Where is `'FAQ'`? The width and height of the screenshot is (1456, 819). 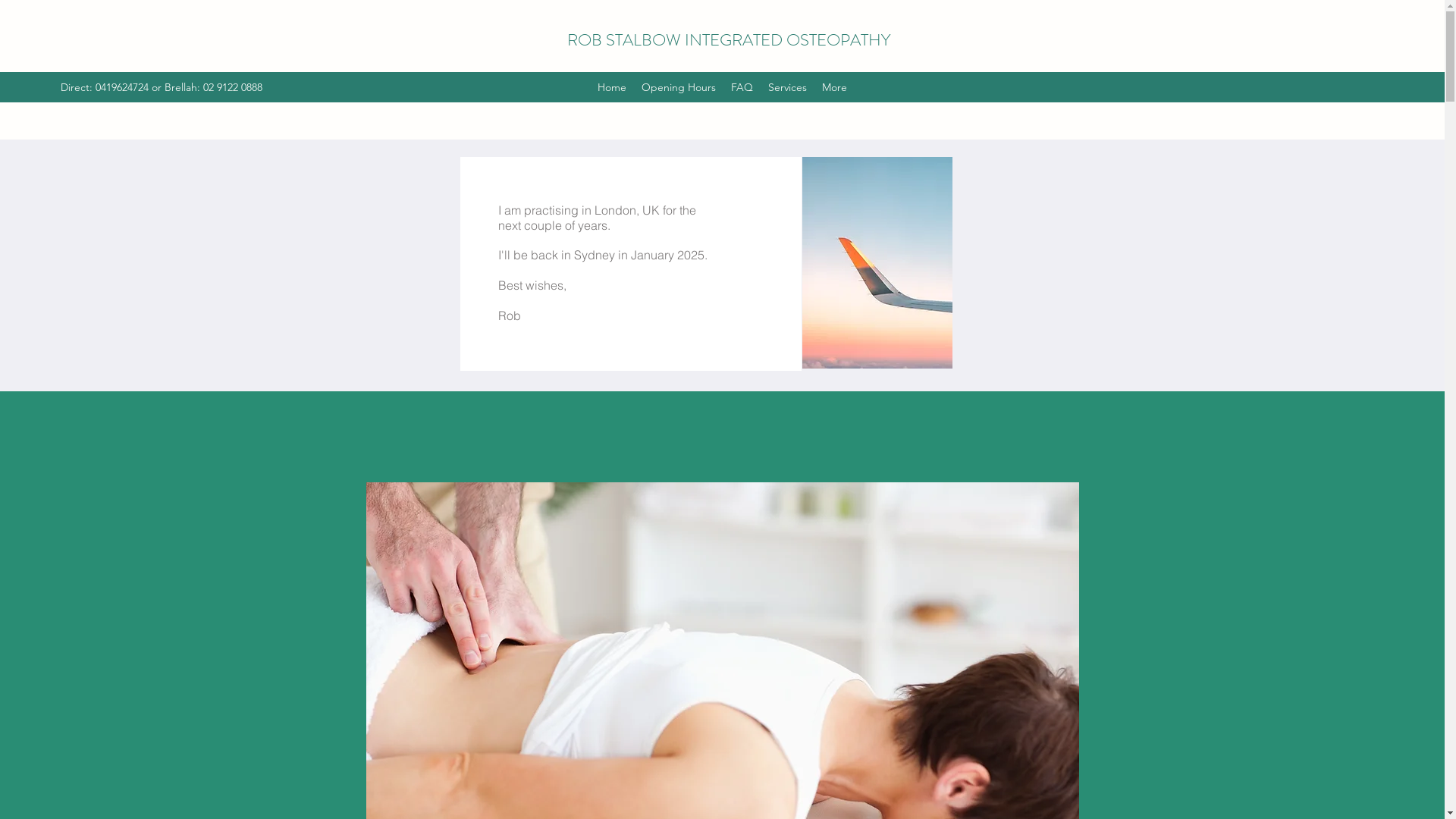
'FAQ' is located at coordinates (742, 87).